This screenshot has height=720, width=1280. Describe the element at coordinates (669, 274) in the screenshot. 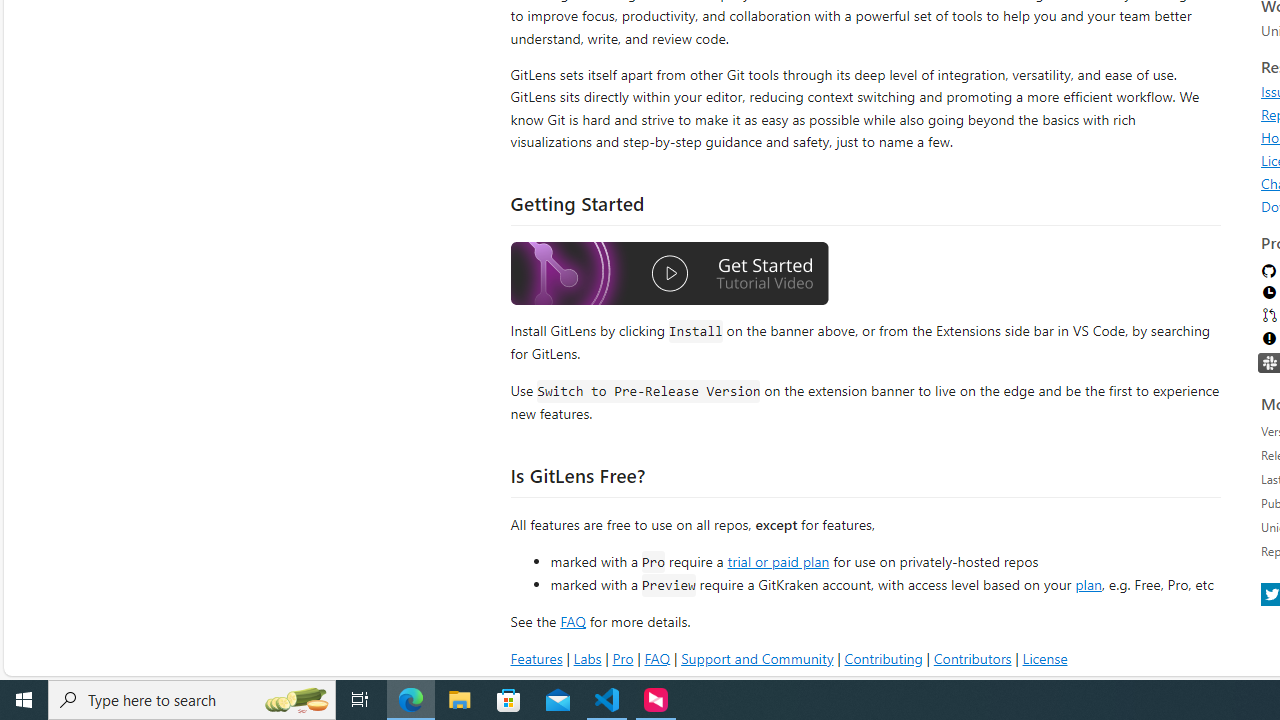

I see `'Watch the GitLens Getting Started video'` at that location.